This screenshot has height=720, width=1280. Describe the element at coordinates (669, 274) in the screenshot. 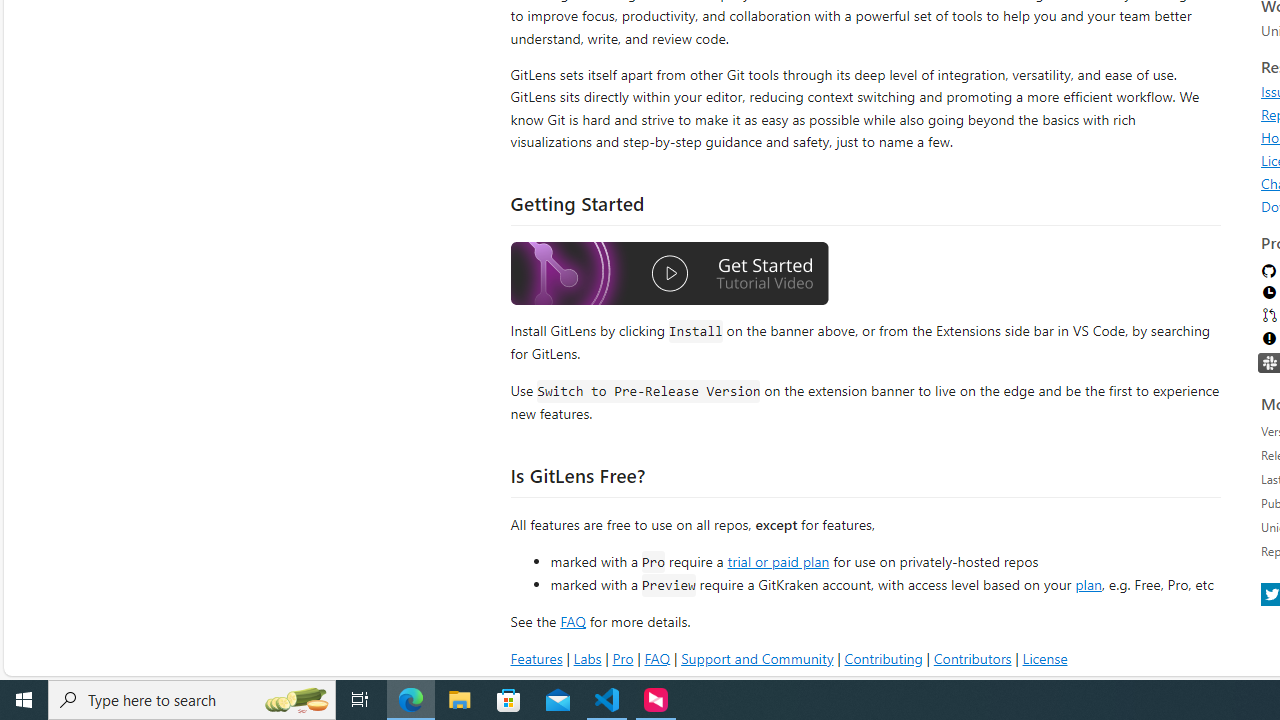

I see `'Watch the GitLens Getting Started video'` at that location.